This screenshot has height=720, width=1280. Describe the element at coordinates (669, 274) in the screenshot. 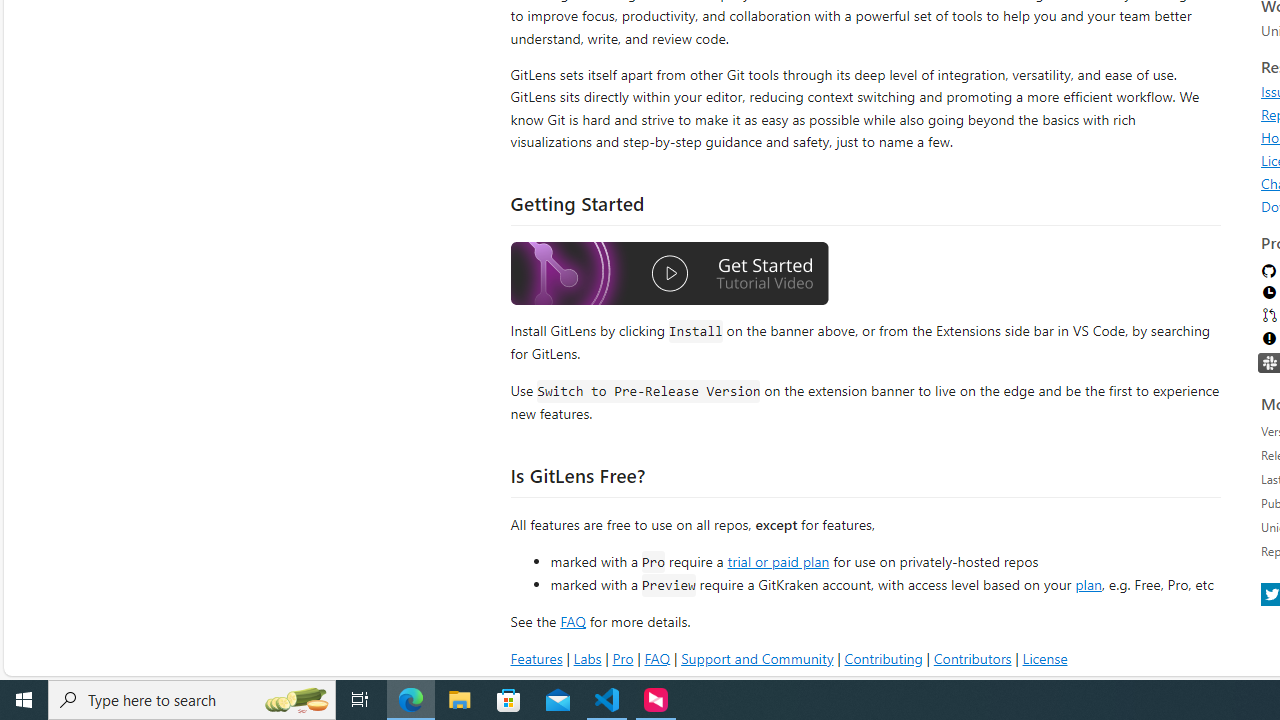

I see `'Watch the GitLens Getting Started video'` at that location.